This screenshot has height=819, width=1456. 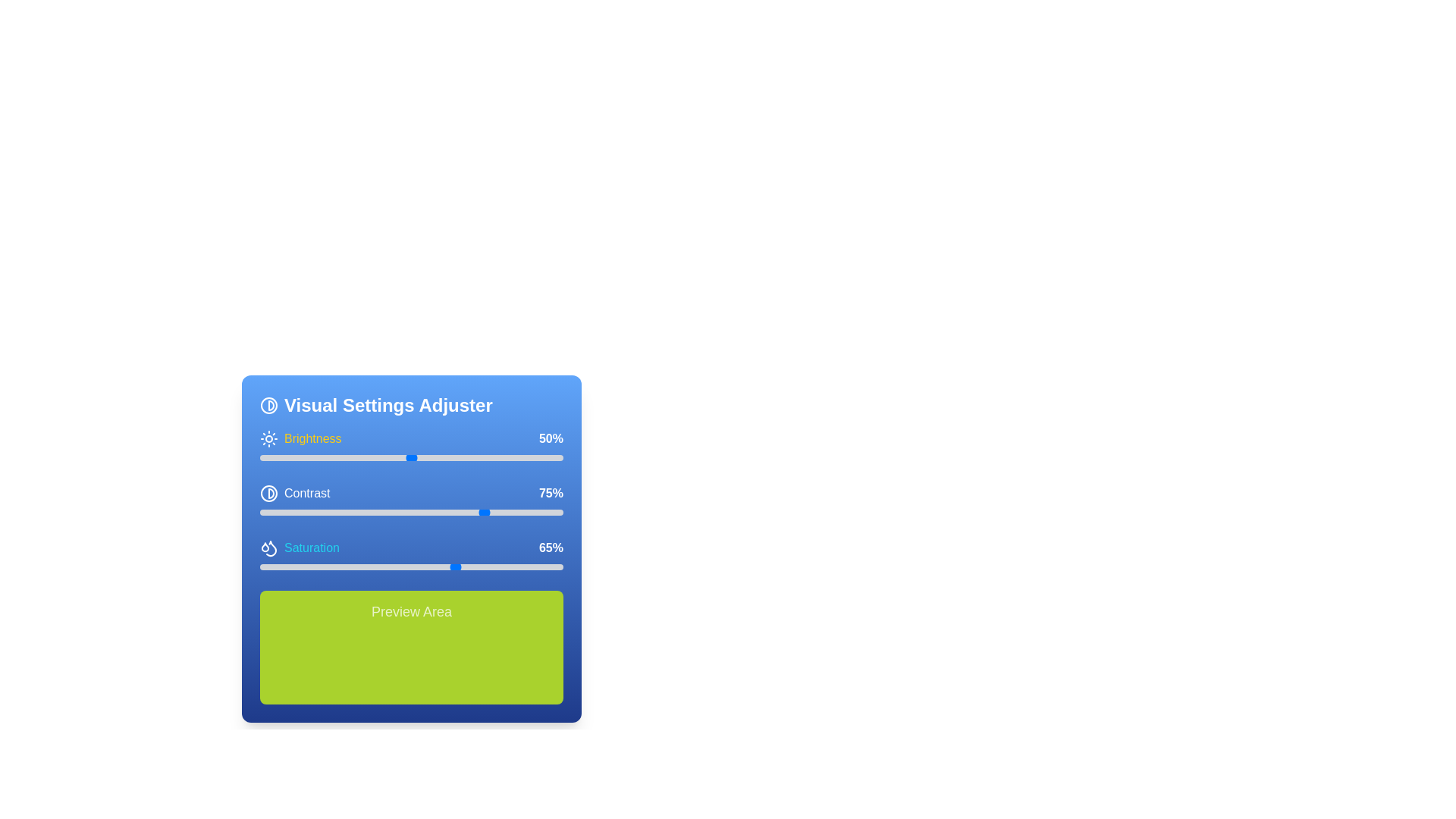 What do you see at coordinates (306, 494) in the screenshot?
I see `the text label with the content 'Contrast' in the 'Visual Settings Adjuster' panel under the 'Brightness' section` at bounding box center [306, 494].